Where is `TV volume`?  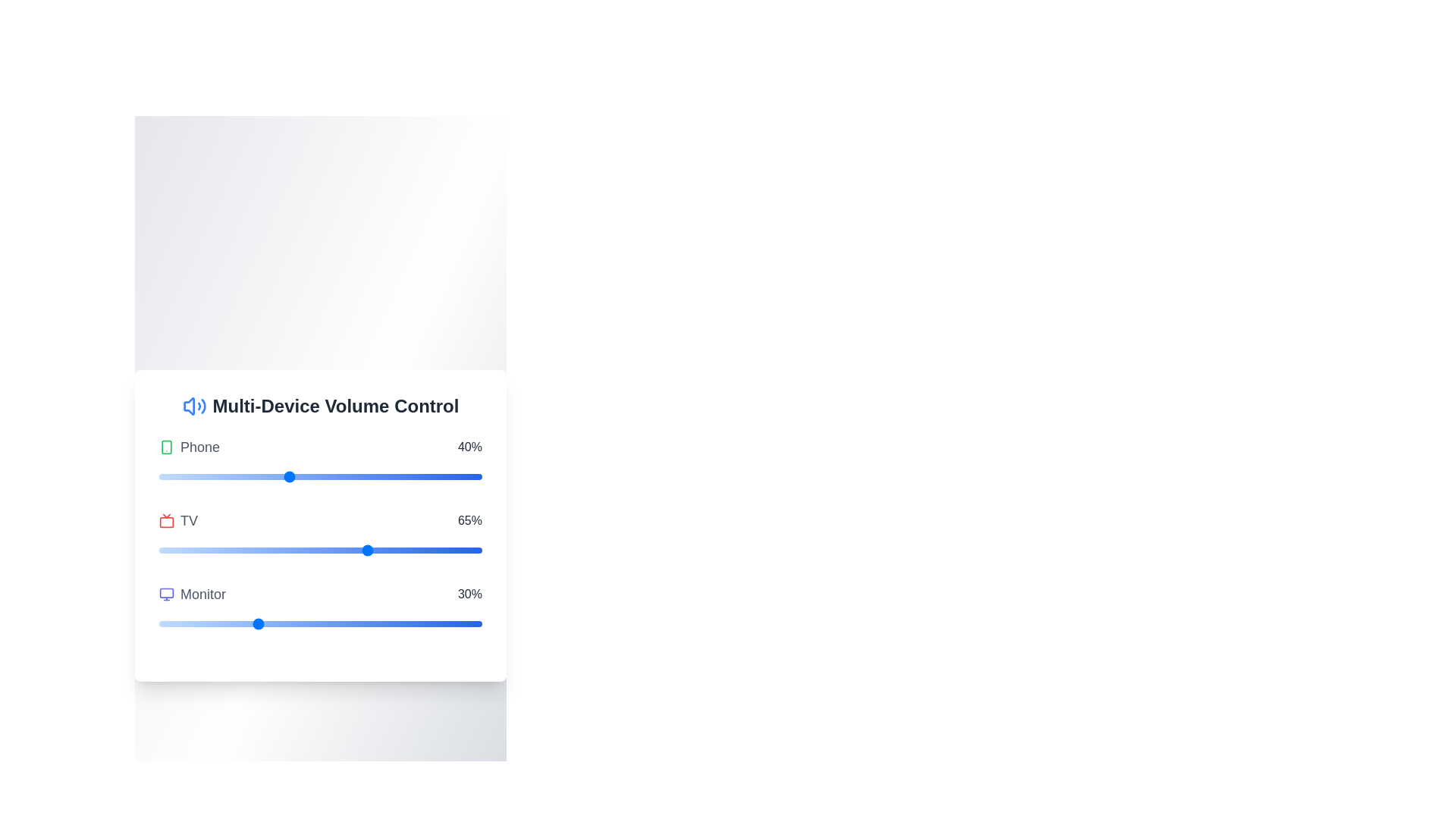 TV volume is located at coordinates (291, 550).